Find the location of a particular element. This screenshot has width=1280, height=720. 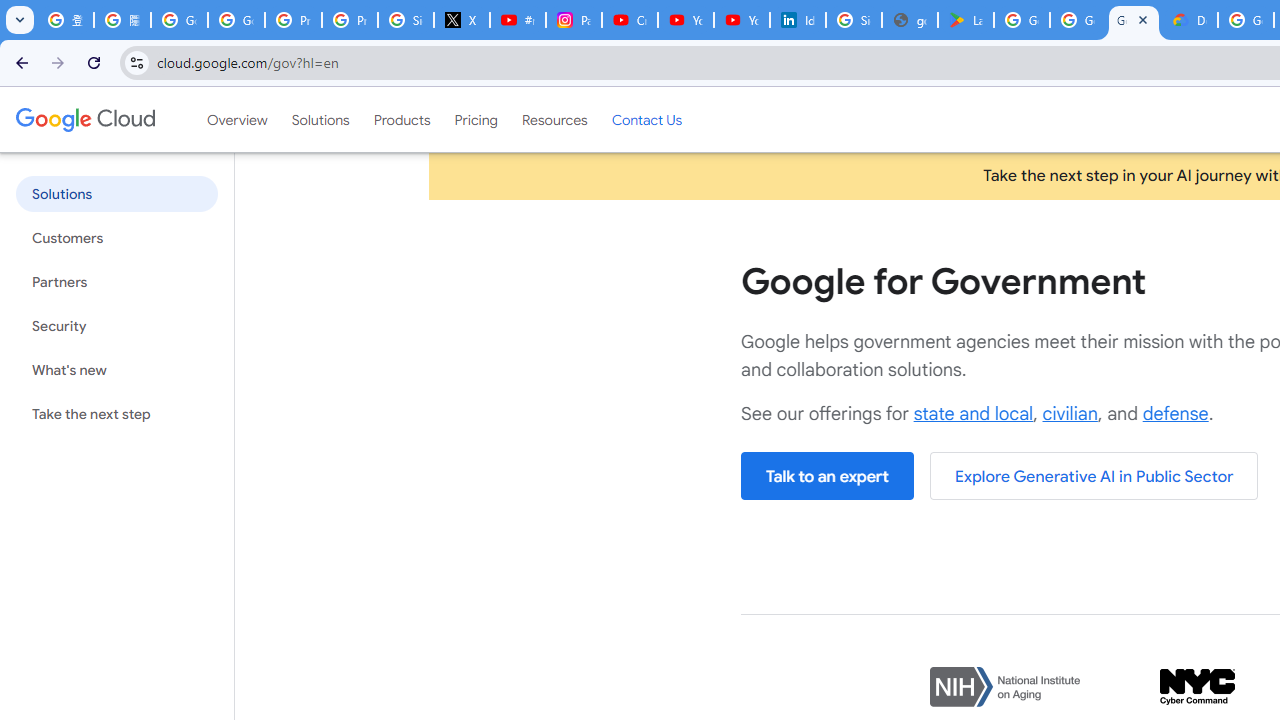

'YouTube Culture & Trends - YouTube Top 10, 2021' is located at coordinates (741, 20).